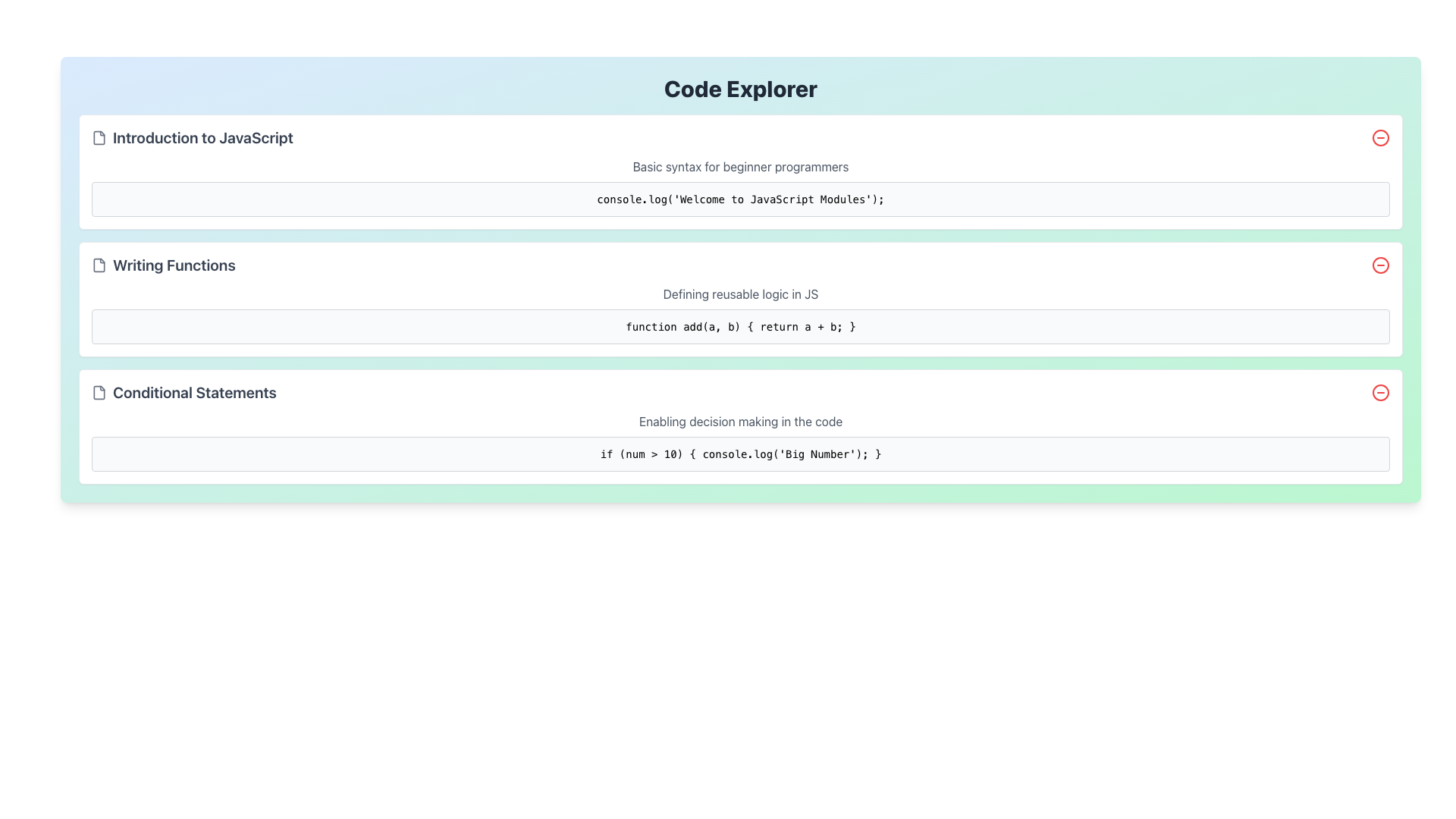 The image size is (1456, 819). I want to click on the red circular minus icon located at the far right of the 'Writing Functions' row, so click(1380, 265).